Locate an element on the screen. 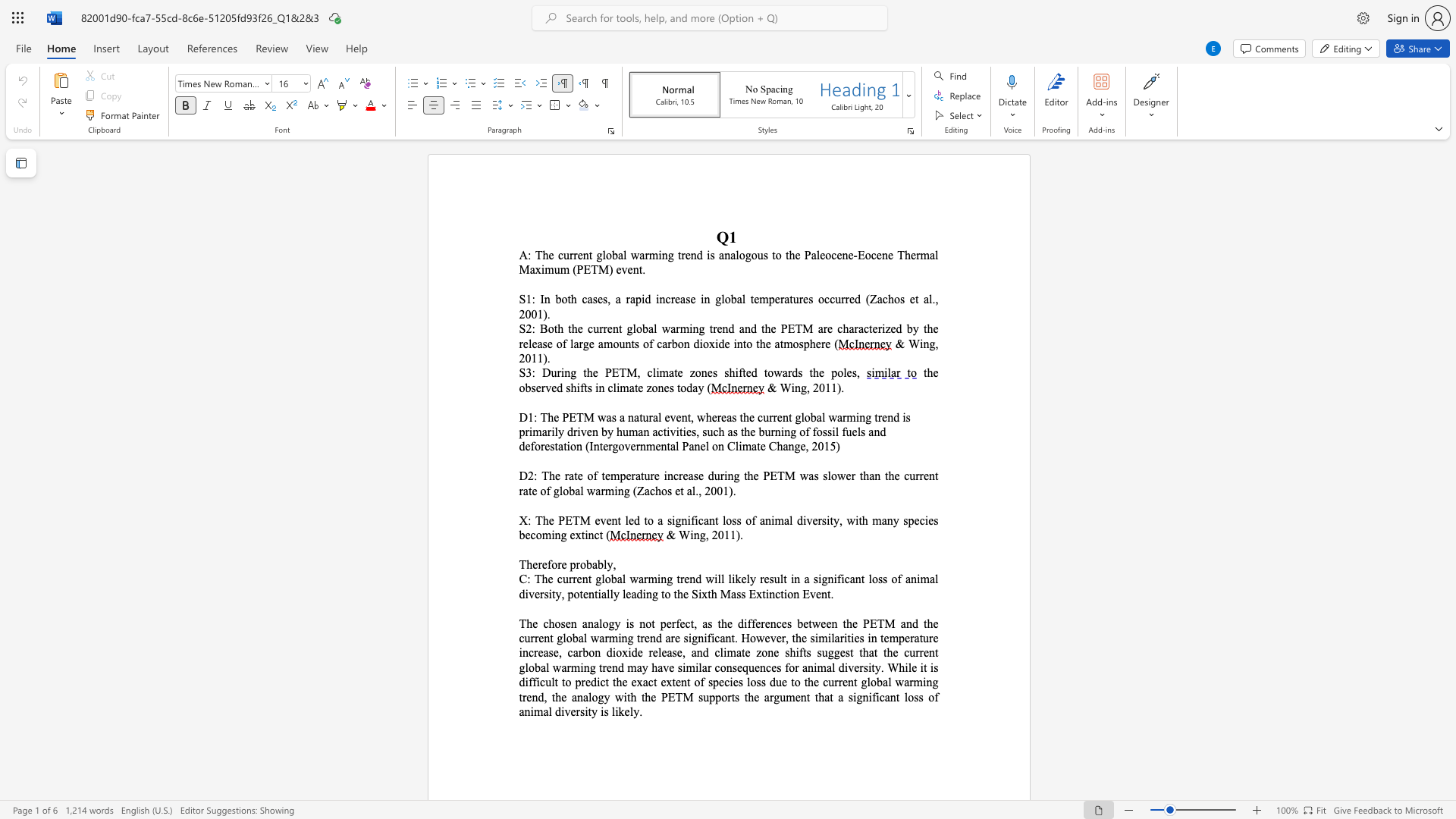 The height and width of the screenshot is (819, 1456). the subset text "emperature i" within the text "D2: The rate of temperature i" is located at coordinates (604, 475).